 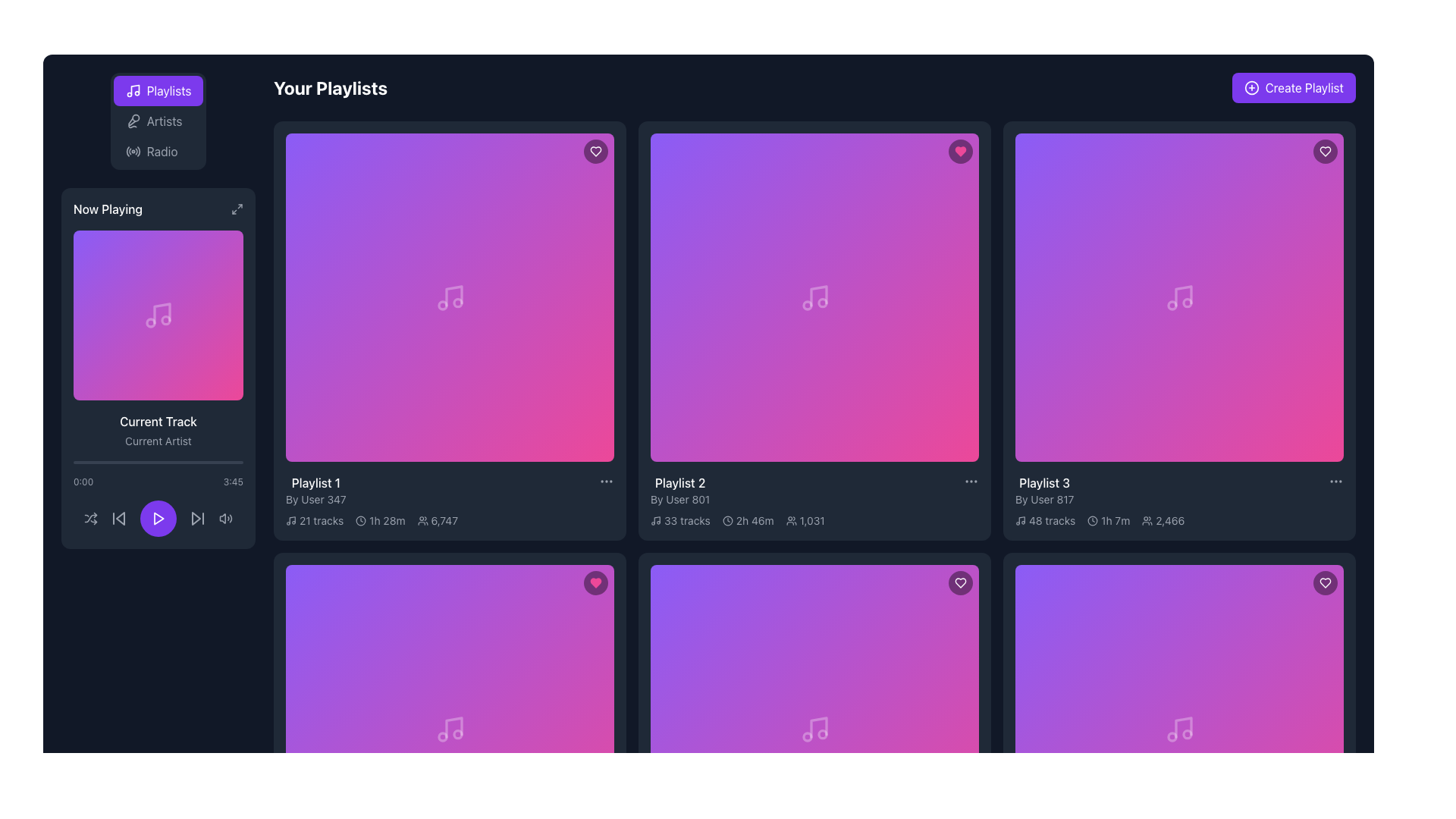 What do you see at coordinates (960, 152) in the screenshot?
I see `the heart-shaped icon filled with vibrant pink color located at the top-right corner of the 'Playlist 3' card` at bounding box center [960, 152].